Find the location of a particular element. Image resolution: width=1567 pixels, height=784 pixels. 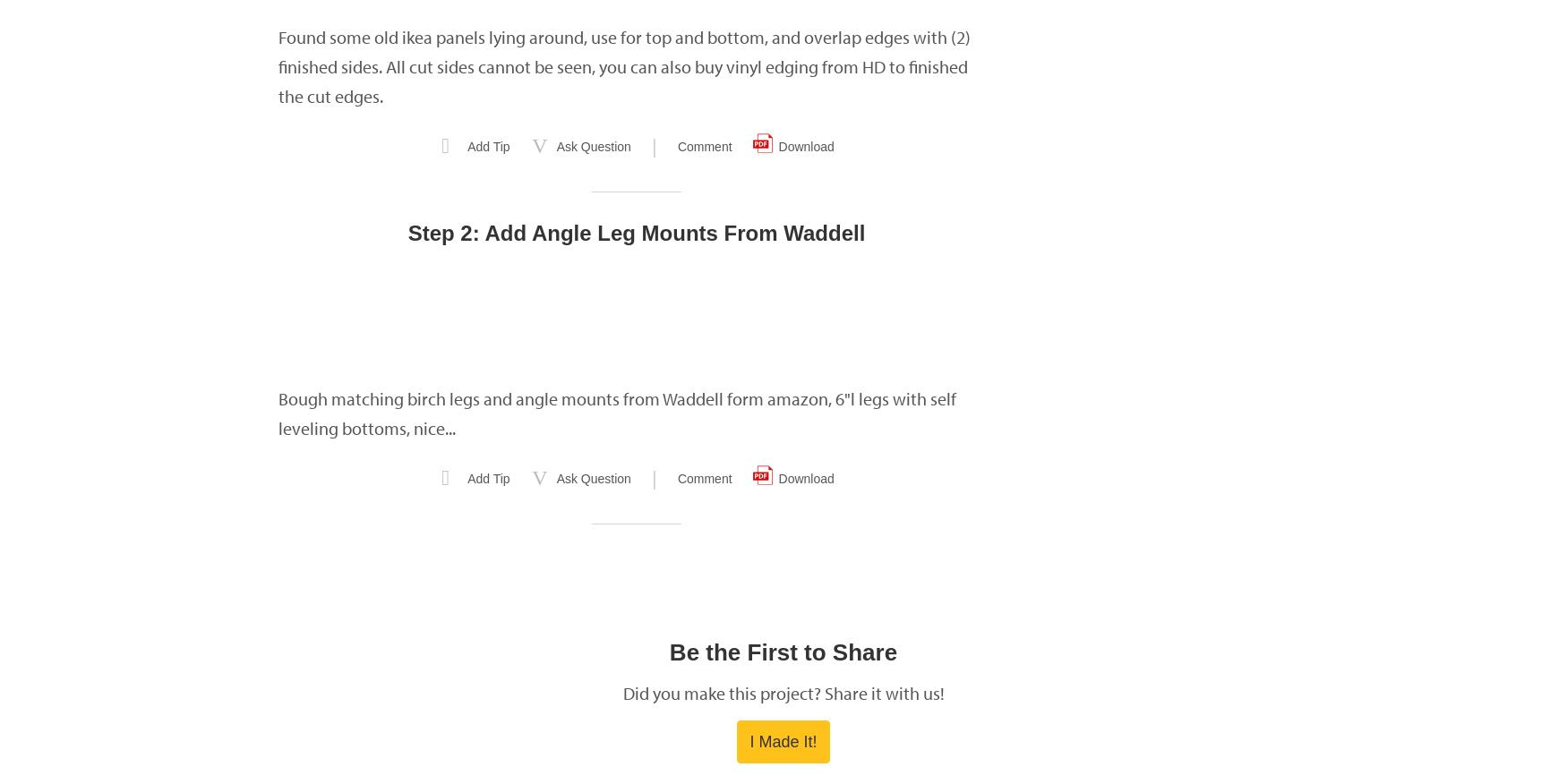

'I Made It!' is located at coordinates (783, 741).